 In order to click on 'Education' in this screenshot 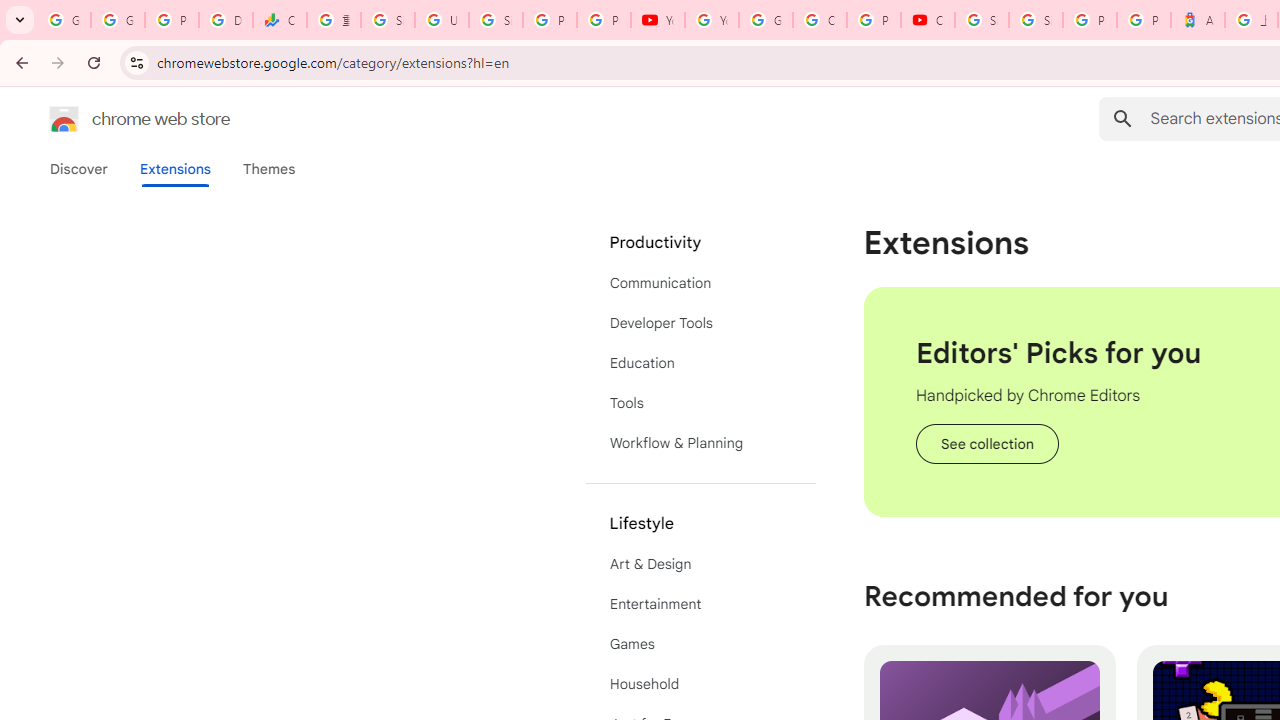, I will do `click(700, 362)`.